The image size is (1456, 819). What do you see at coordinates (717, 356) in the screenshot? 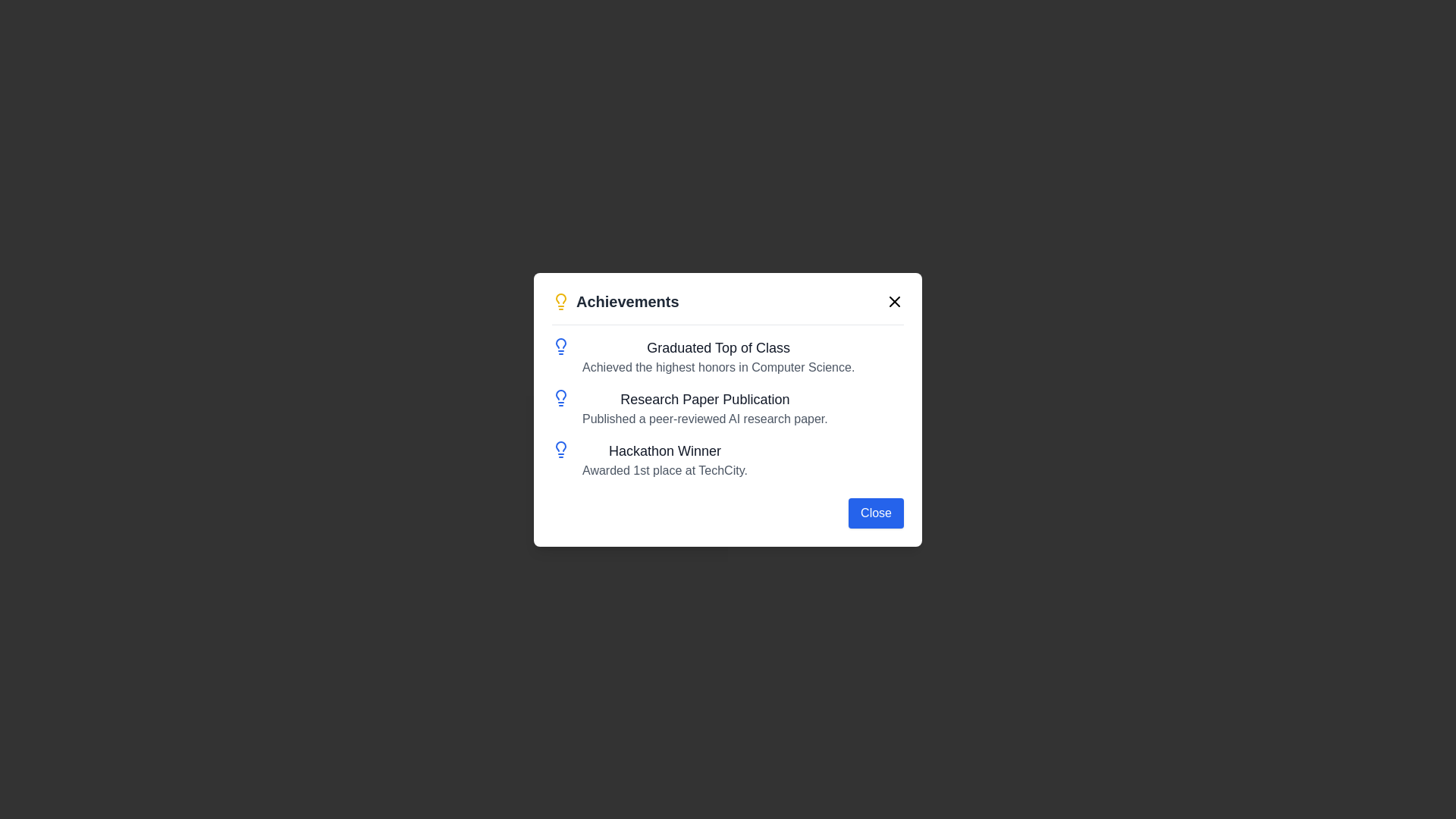
I see `the static textual description block of an achievement, which is the first item in the list under the header 'Achievements' in the modal dialog, indicated by a small blue light bulb icon to its left` at bounding box center [717, 356].